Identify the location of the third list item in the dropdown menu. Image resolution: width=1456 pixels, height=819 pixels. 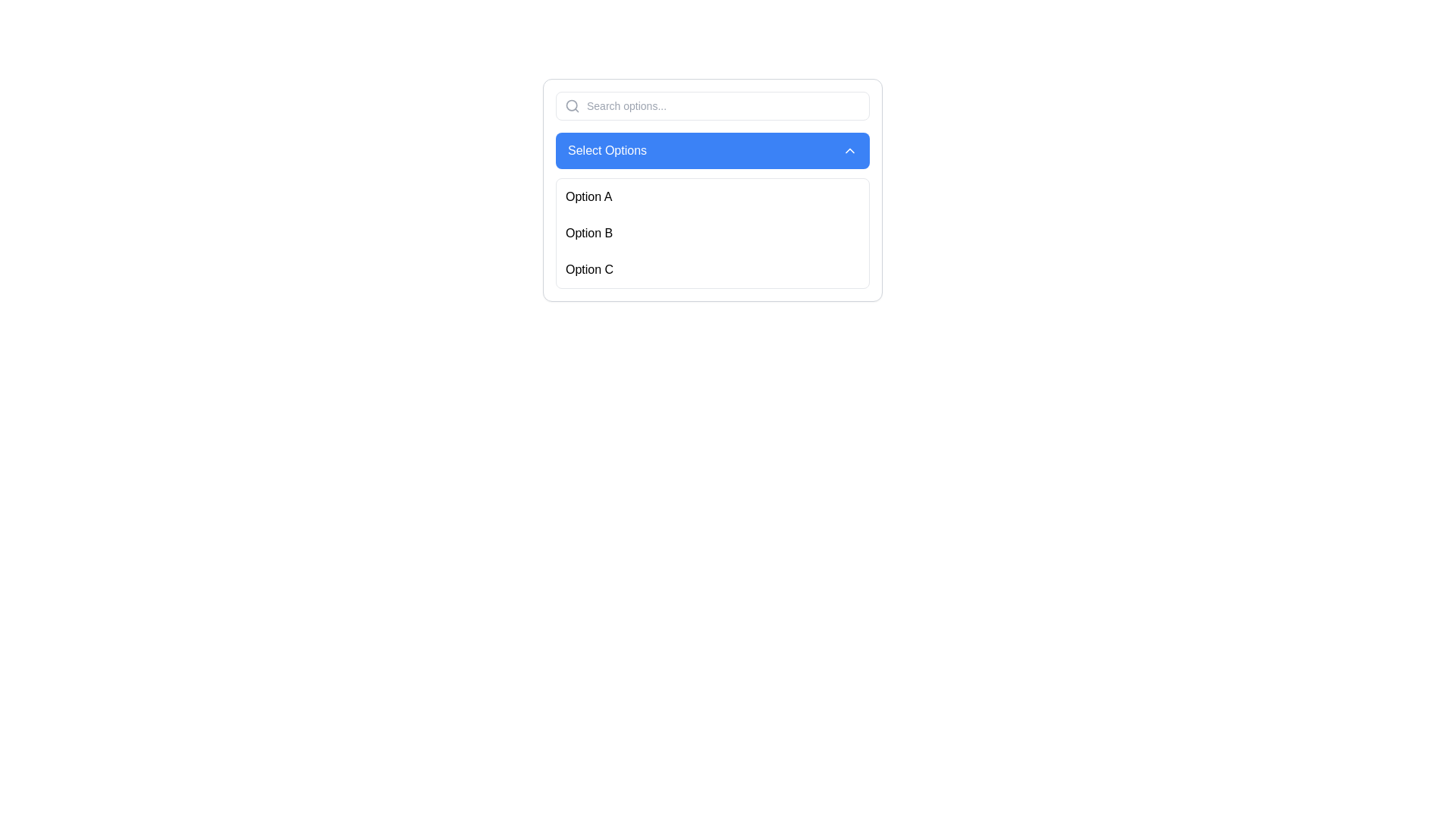
(712, 268).